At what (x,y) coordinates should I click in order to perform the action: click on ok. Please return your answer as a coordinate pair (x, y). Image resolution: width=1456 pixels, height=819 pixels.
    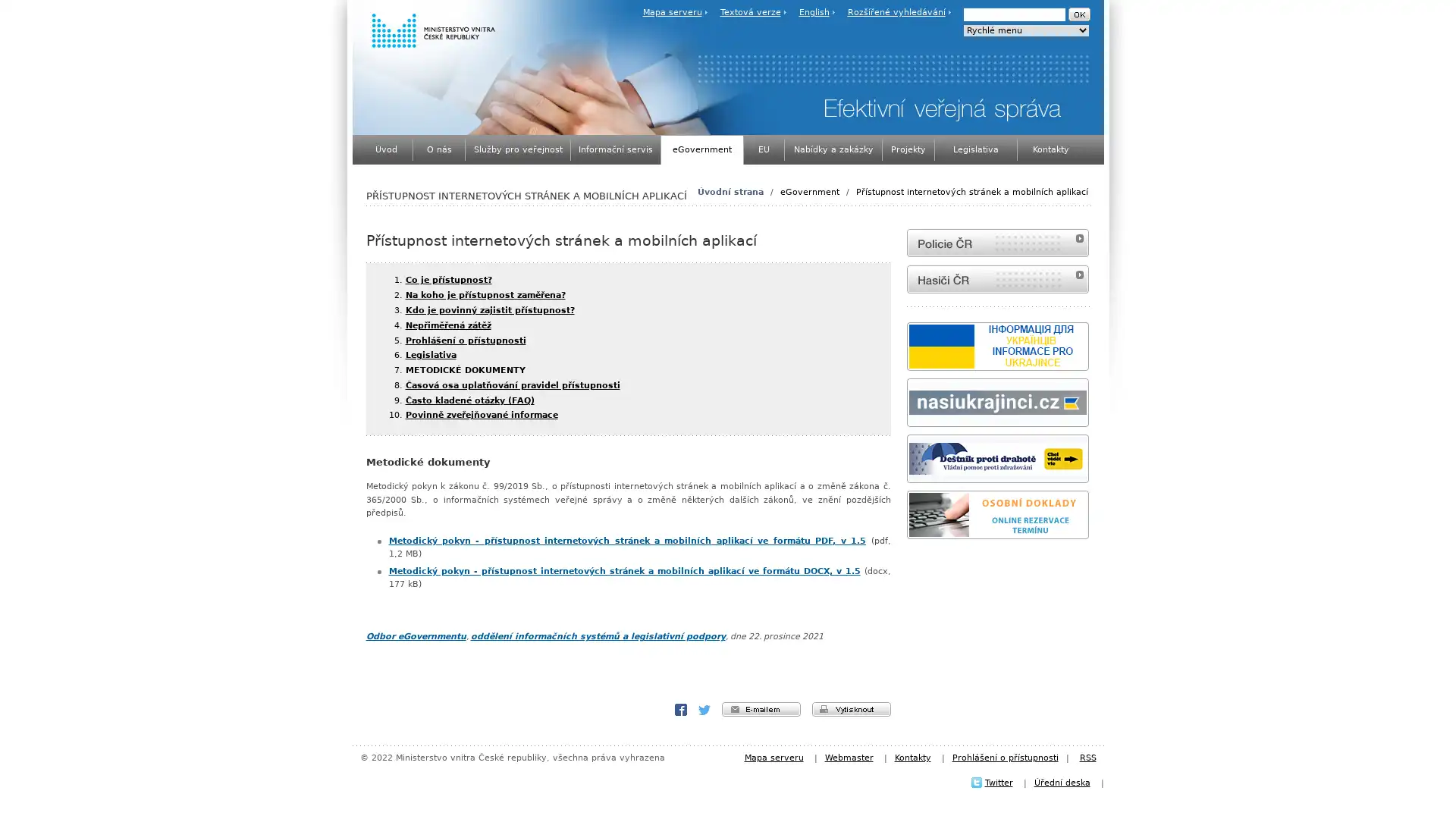
    Looking at the image, I should click on (1078, 14).